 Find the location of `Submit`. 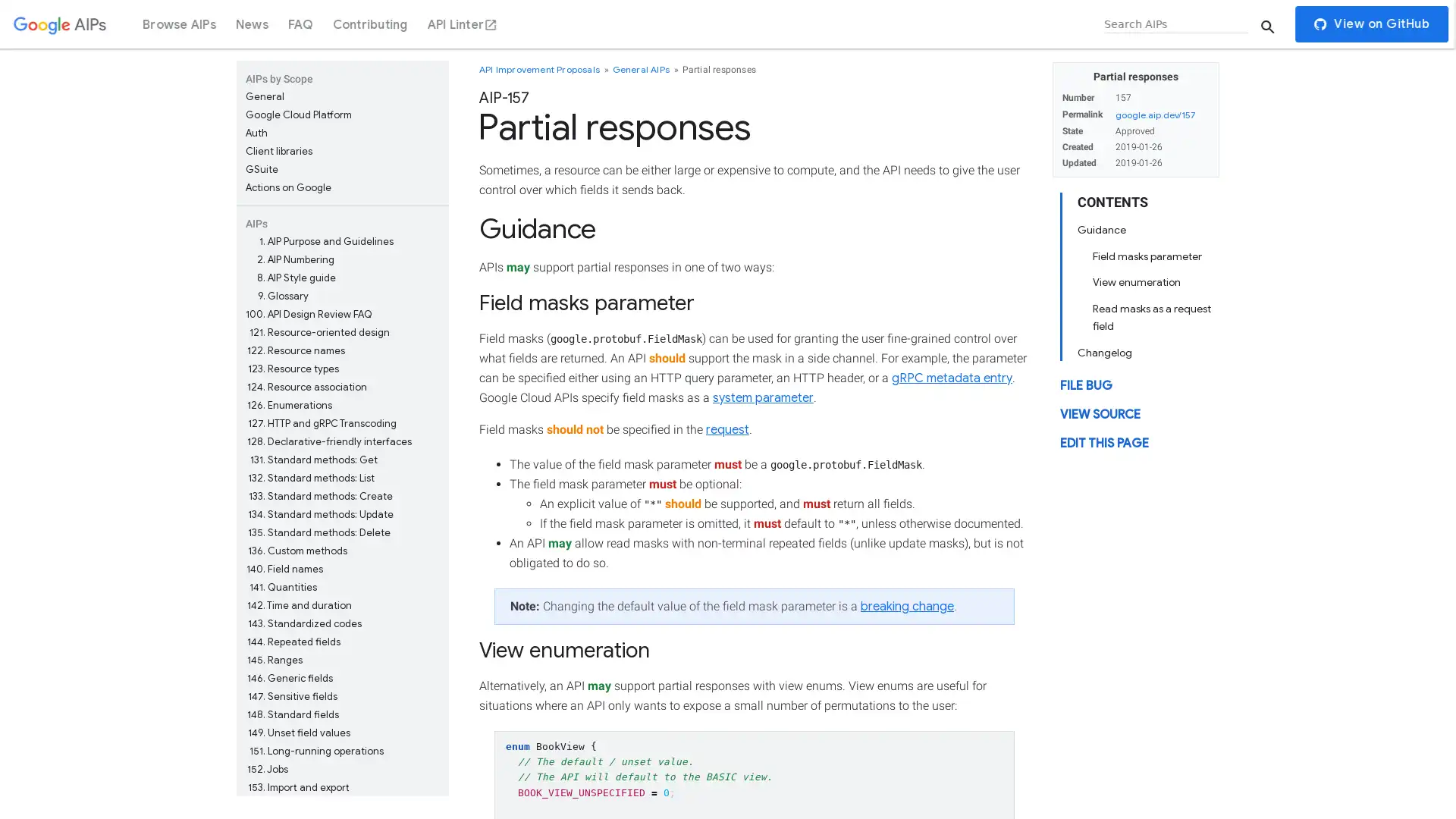

Submit is located at coordinates (1269, 27).